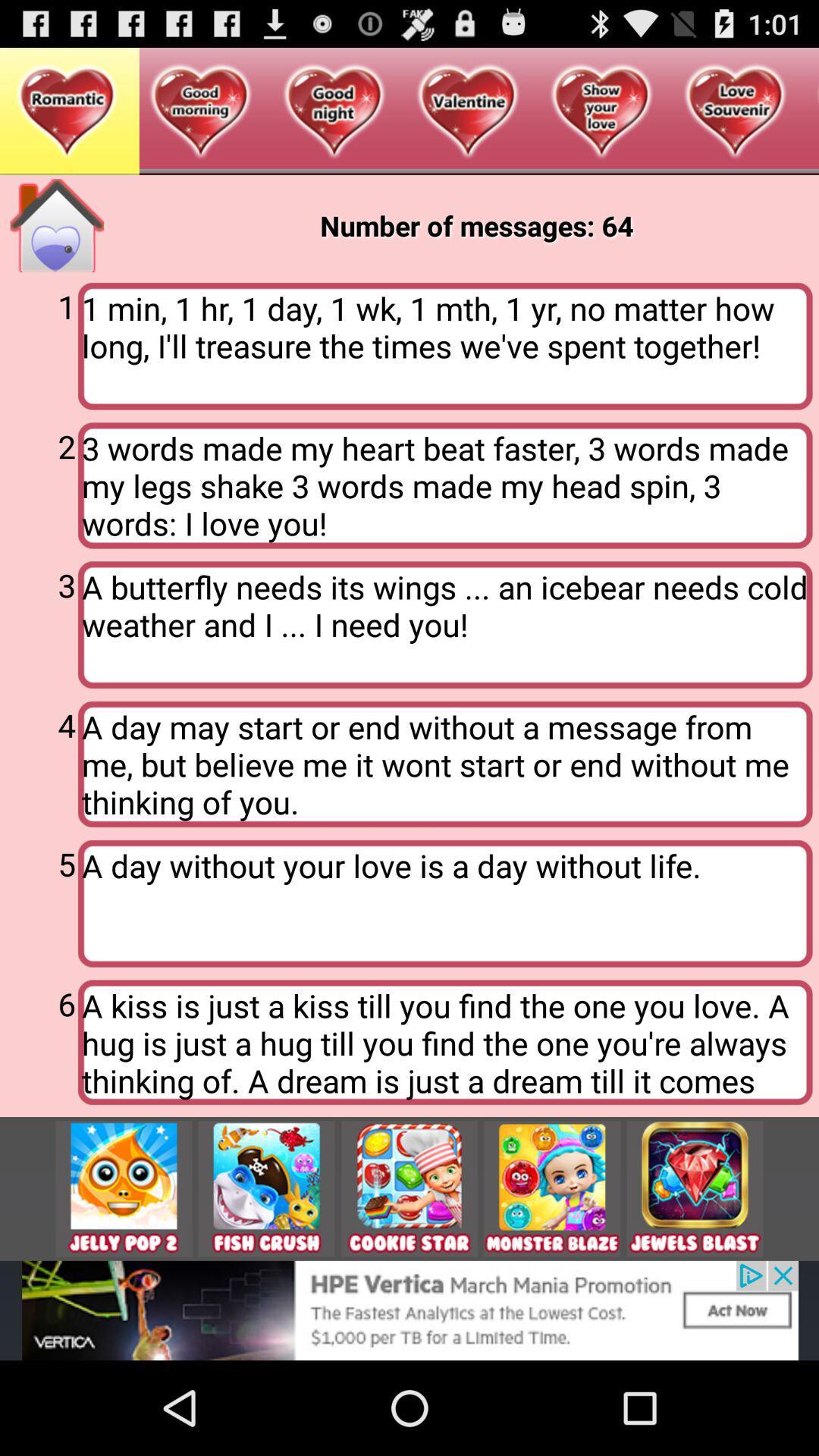 This screenshot has height=1456, width=819. Describe the element at coordinates (409, 1188) in the screenshot. I see `the image cookie star` at that location.